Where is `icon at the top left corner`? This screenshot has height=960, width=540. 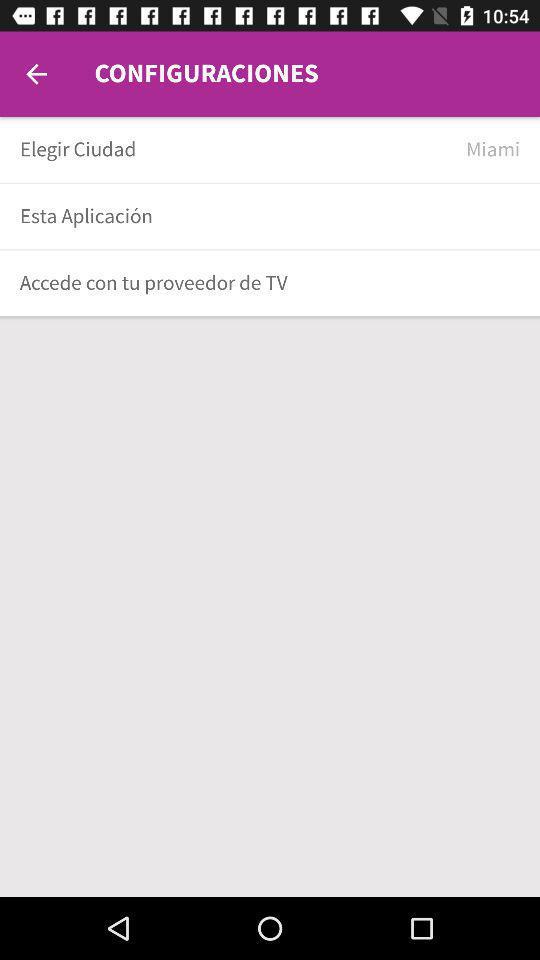
icon at the top left corner is located at coordinates (36, 74).